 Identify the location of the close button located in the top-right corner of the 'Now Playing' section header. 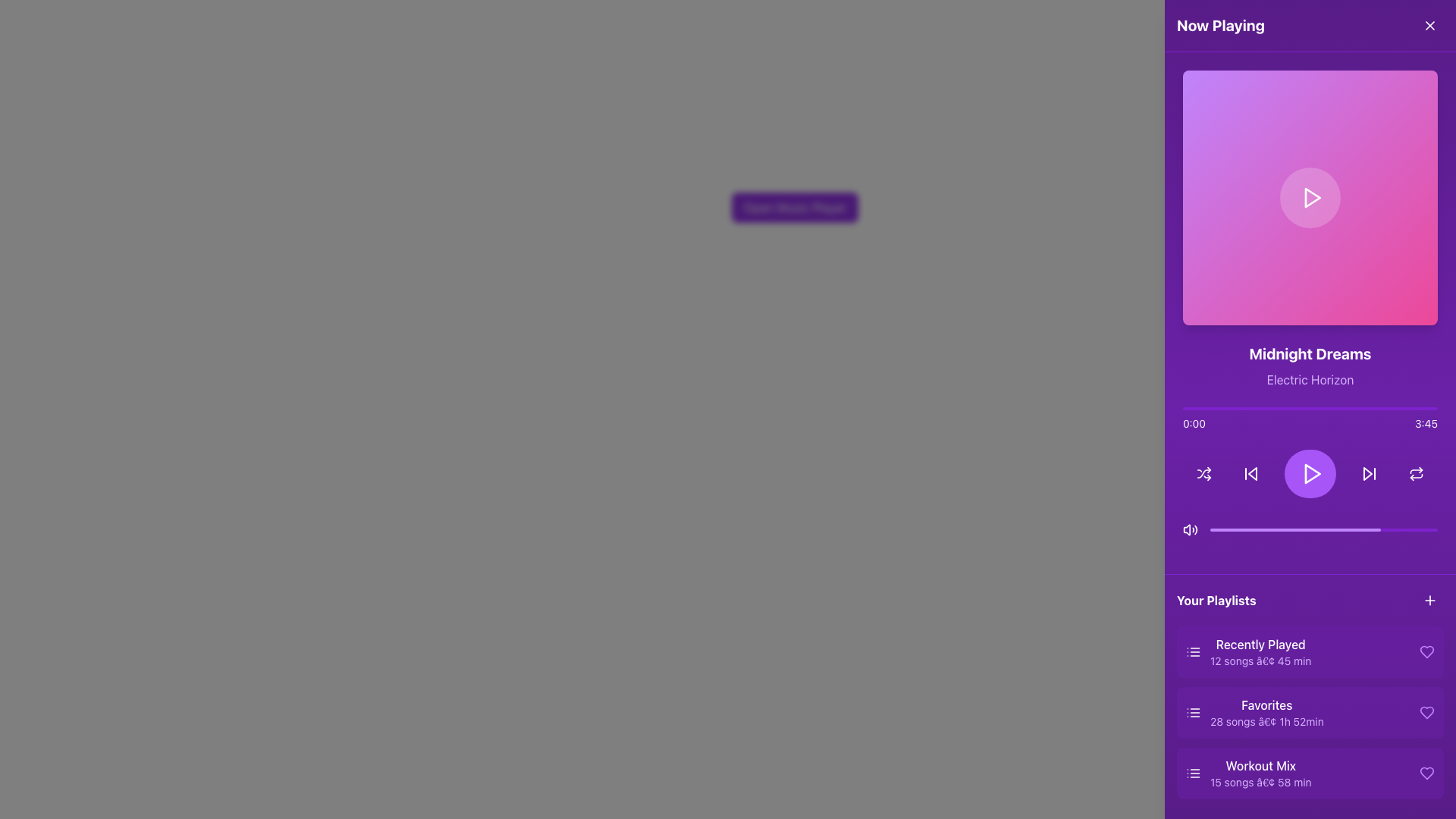
(1429, 26).